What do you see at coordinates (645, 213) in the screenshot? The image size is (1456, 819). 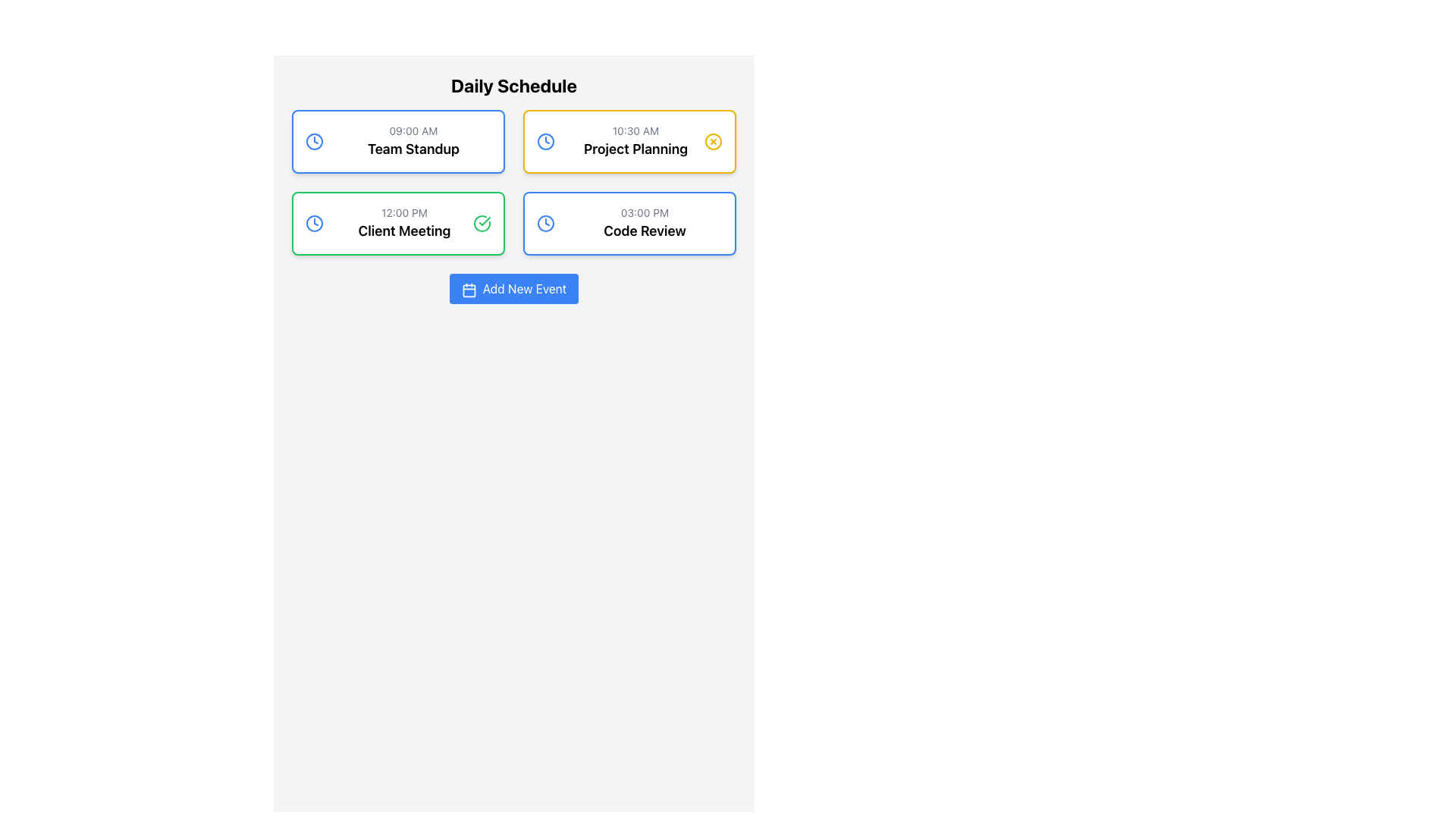 I see `time displayed in the text label showing '03:00 PM' located above the 'Code Review' text in the bottom-right segment of the interface` at bounding box center [645, 213].